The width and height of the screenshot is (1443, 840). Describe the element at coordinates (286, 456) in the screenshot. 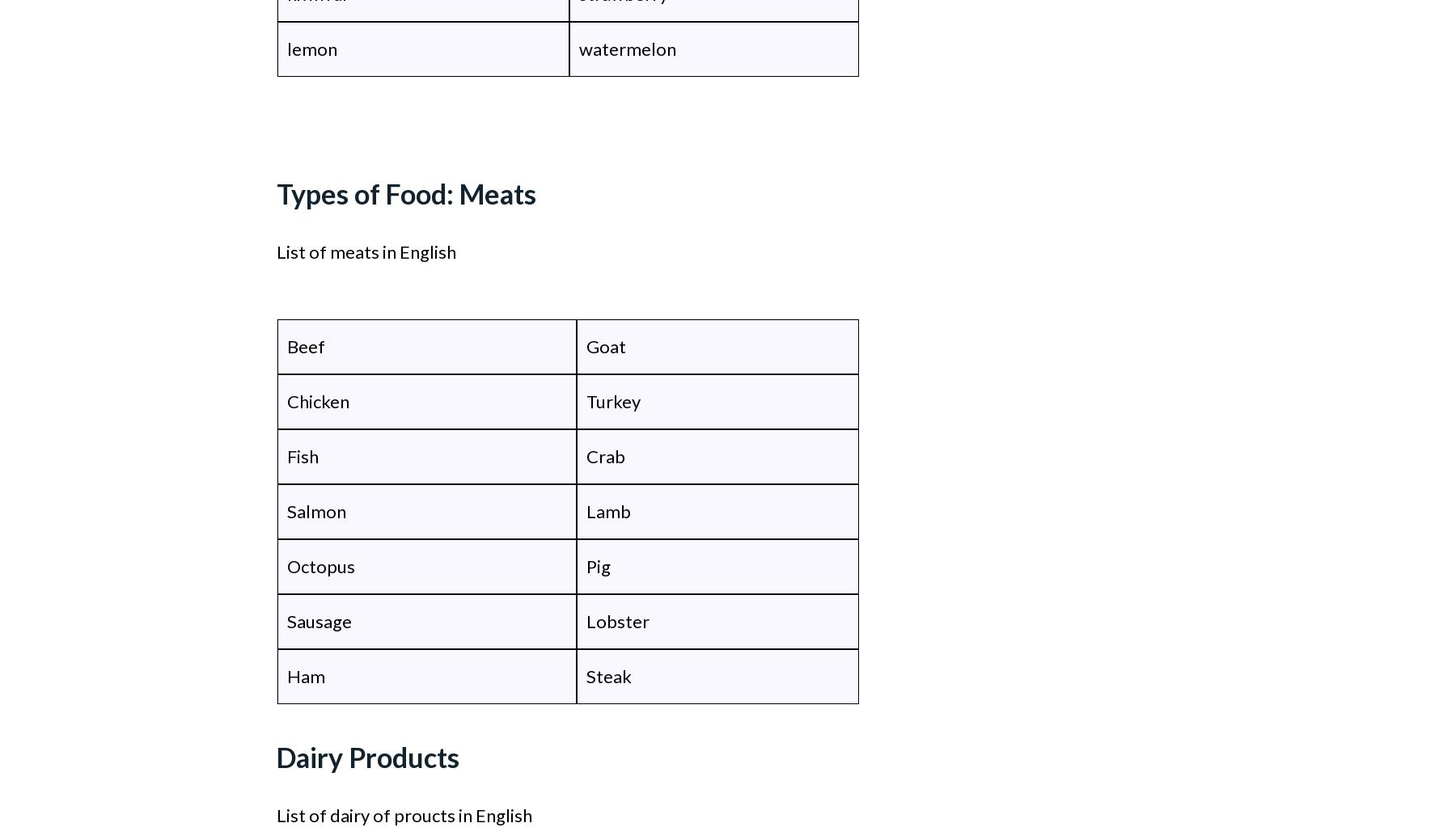

I see `'Fish'` at that location.